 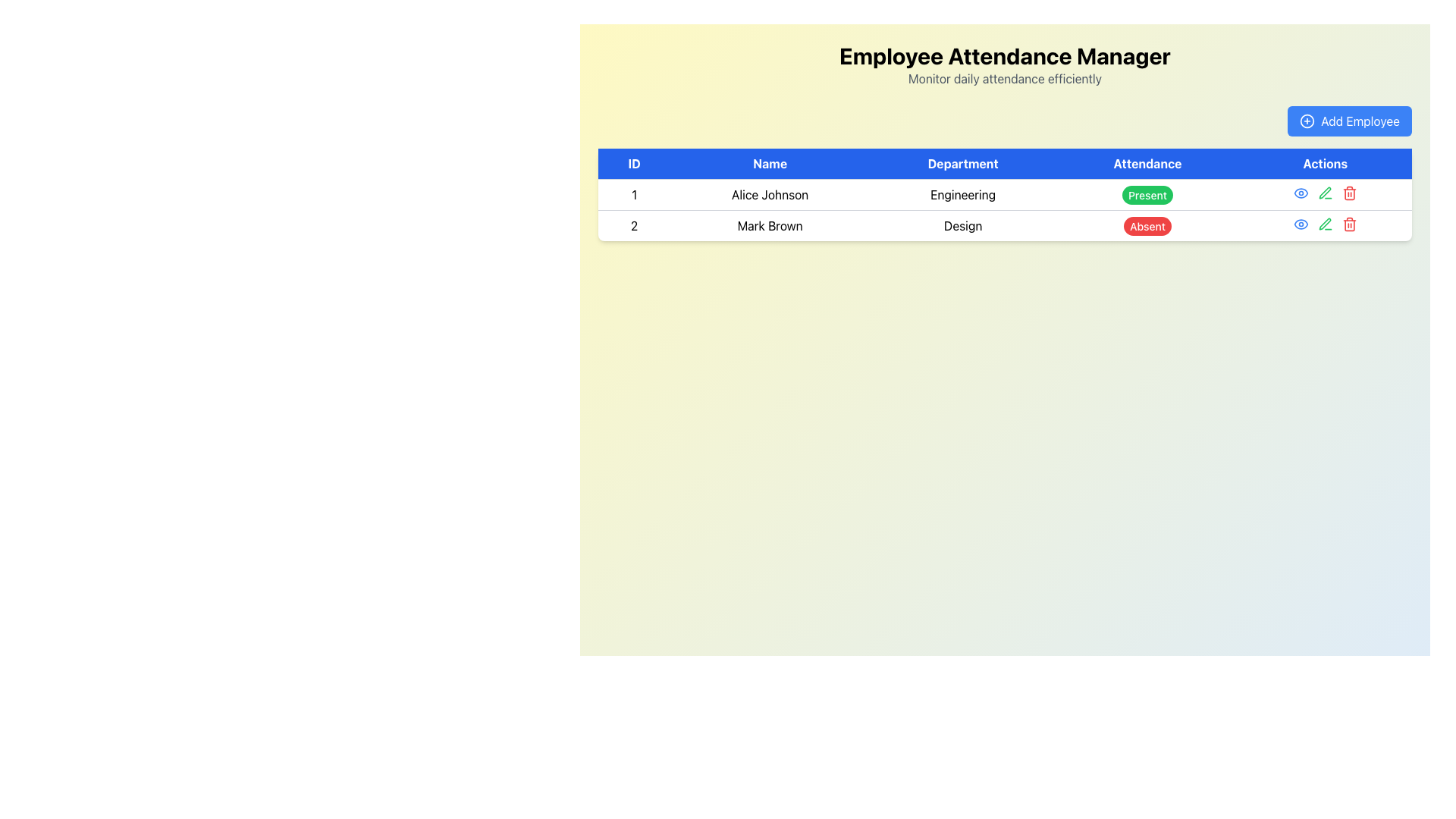 I want to click on text content of the header cell labeled 'ID' in the table, which is the first column header displayed in bold white font on a blue background, so click(x=634, y=164).